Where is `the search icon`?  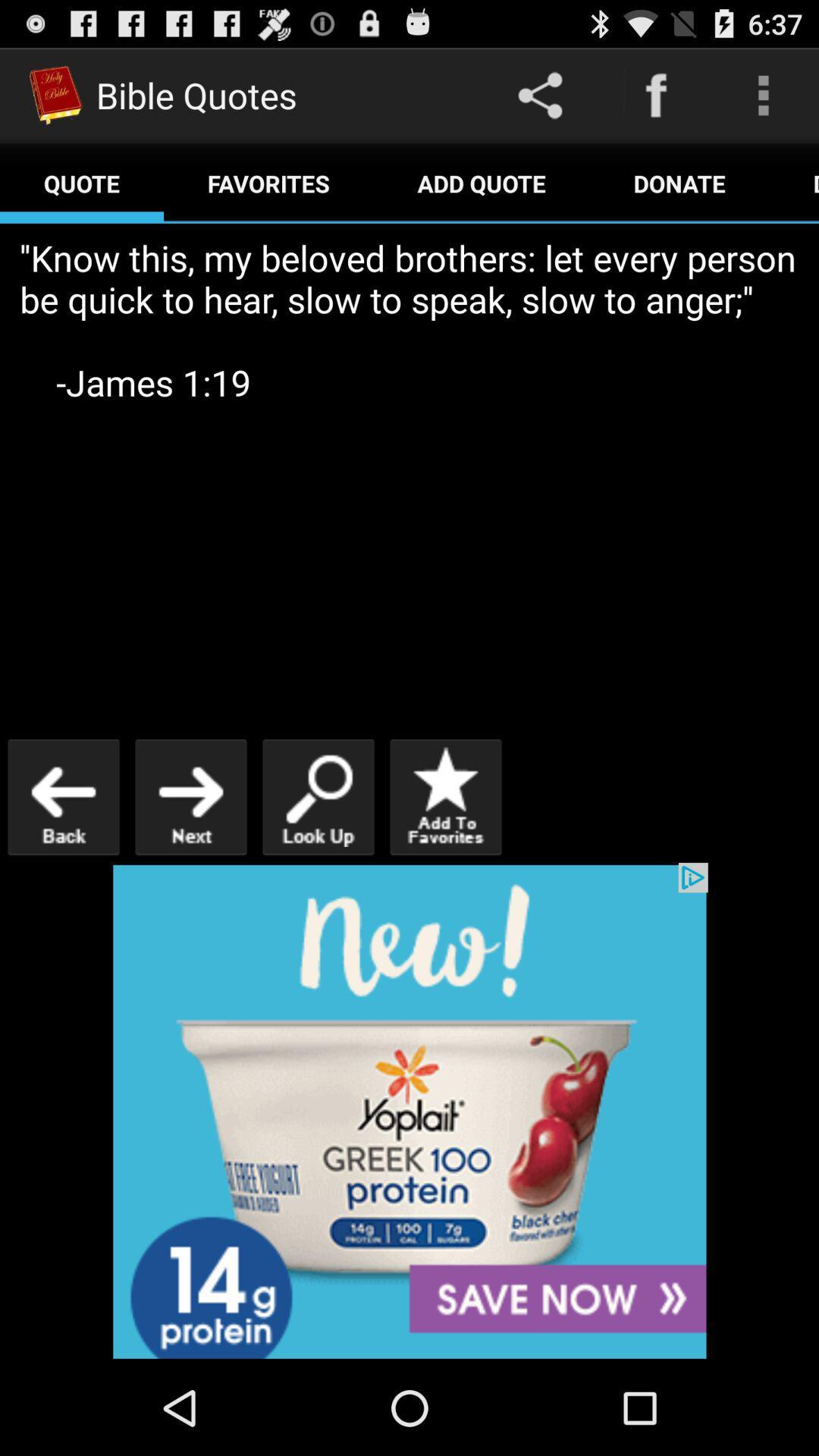
the search icon is located at coordinates (318, 852).